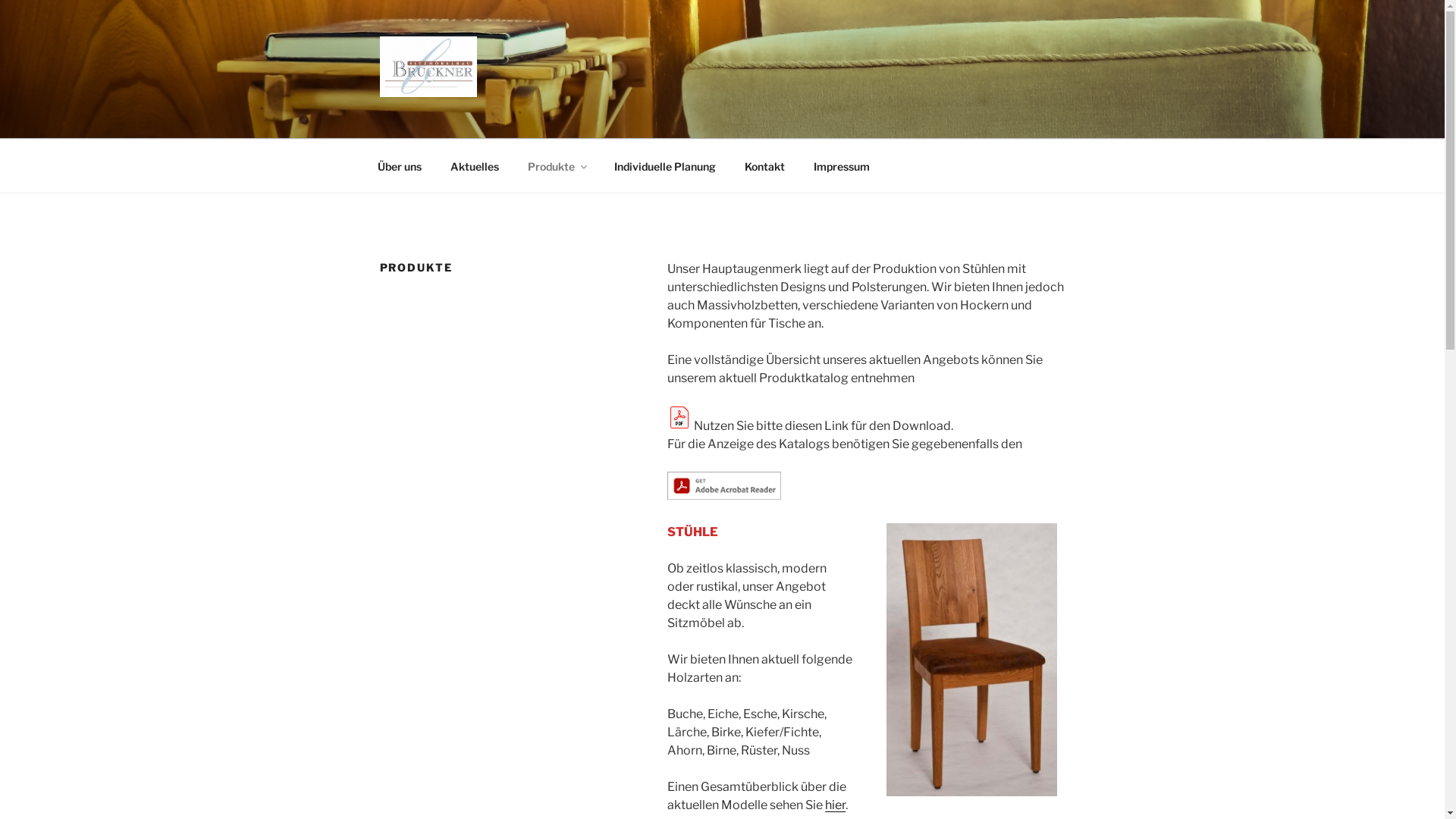 This screenshot has height=819, width=1456. I want to click on 'Kontakt', so click(764, 165).